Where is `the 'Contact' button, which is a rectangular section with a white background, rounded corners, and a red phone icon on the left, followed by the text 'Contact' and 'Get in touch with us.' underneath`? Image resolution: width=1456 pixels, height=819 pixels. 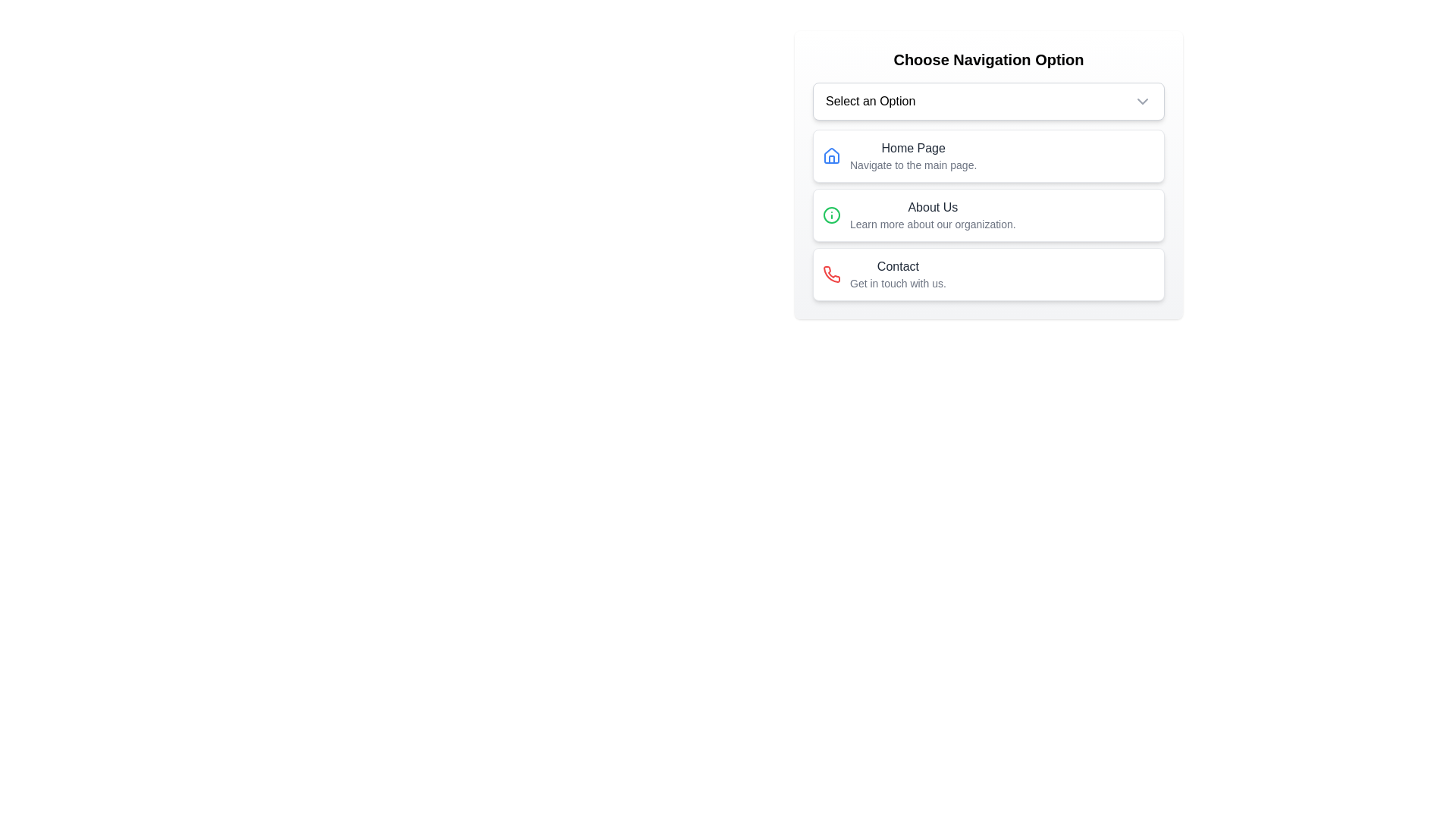
the 'Contact' button, which is a rectangular section with a white background, rounded corners, and a red phone icon on the left, followed by the text 'Contact' and 'Get in touch with us.' underneath is located at coordinates (989, 275).